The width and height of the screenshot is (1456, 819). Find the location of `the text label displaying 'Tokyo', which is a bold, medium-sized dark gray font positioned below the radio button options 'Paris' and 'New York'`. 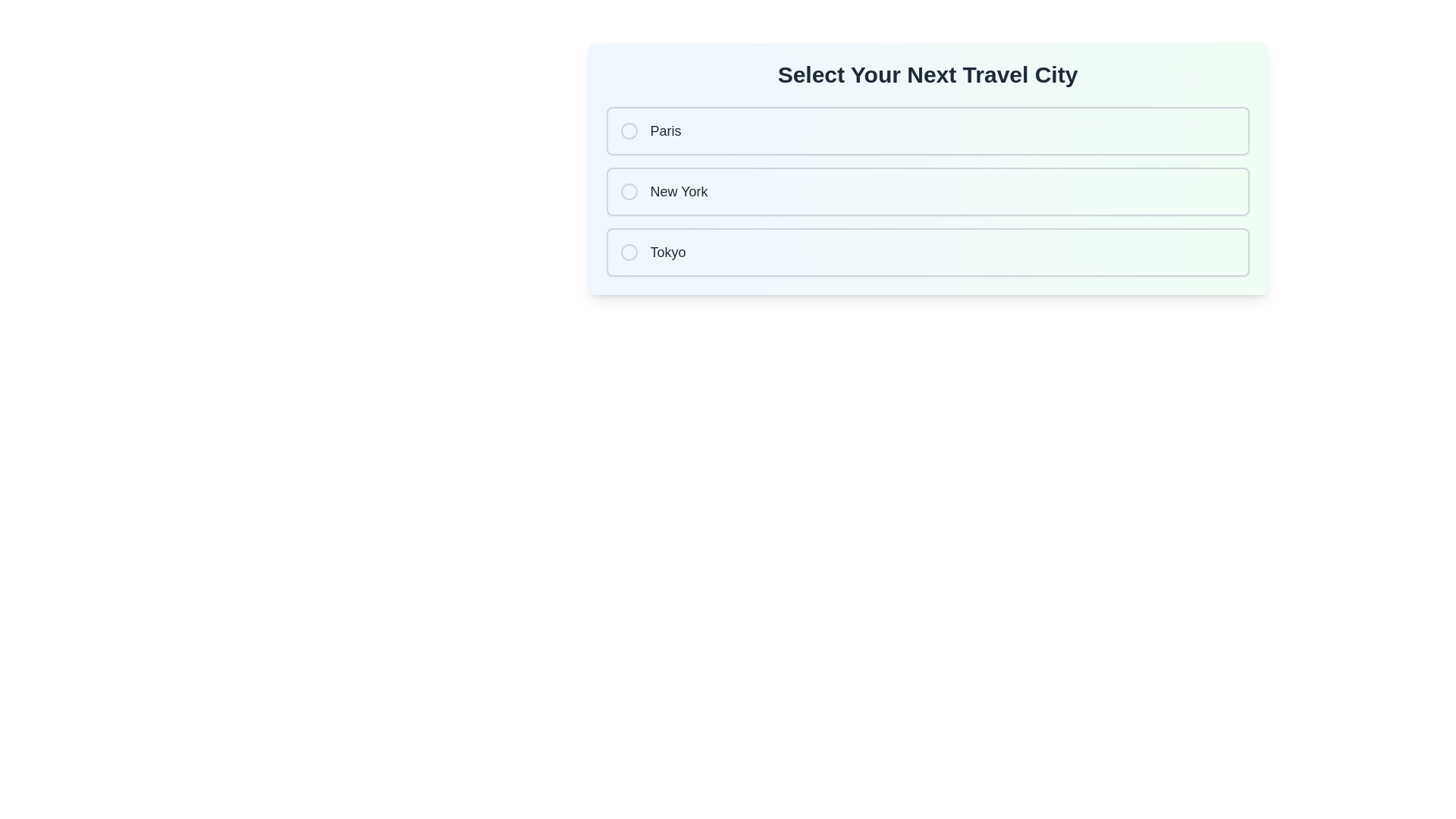

the text label displaying 'Tokyo', which is a bold, medium-sized dark gray font positioned below the radio button options 'Paris' and 'New York' is located at coordinates (667, 251).